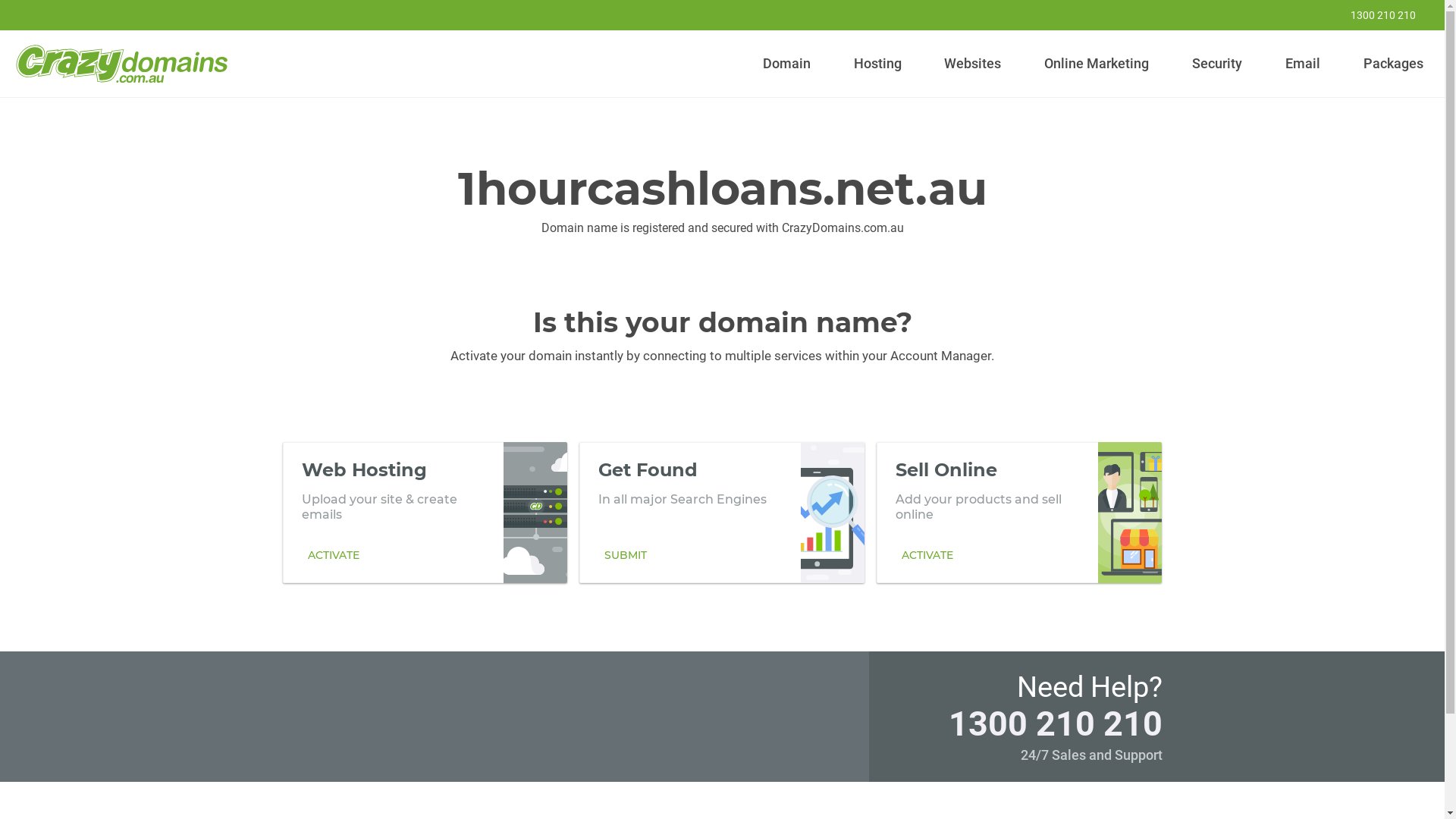  What do you see at coordinates (1301, 63) in the screenshot?
I see `'Email'` at bounding box center [1301, 63].